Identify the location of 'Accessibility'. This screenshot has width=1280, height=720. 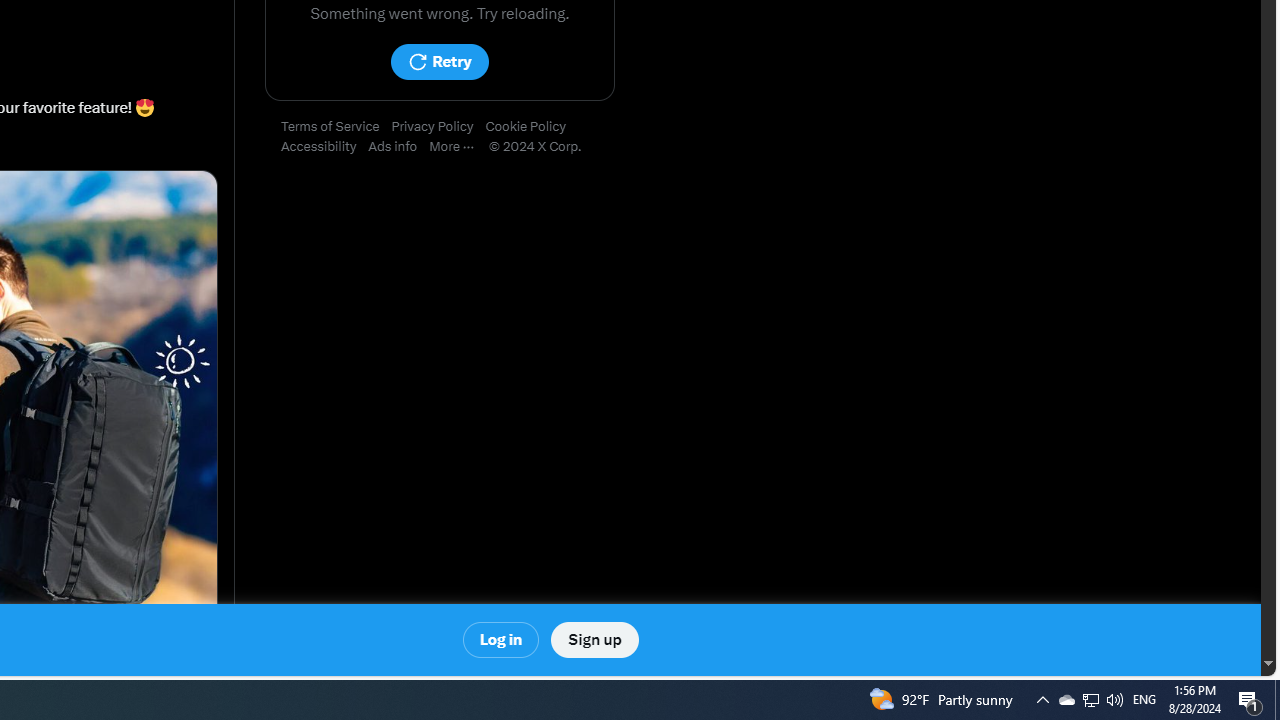
(325, 146).